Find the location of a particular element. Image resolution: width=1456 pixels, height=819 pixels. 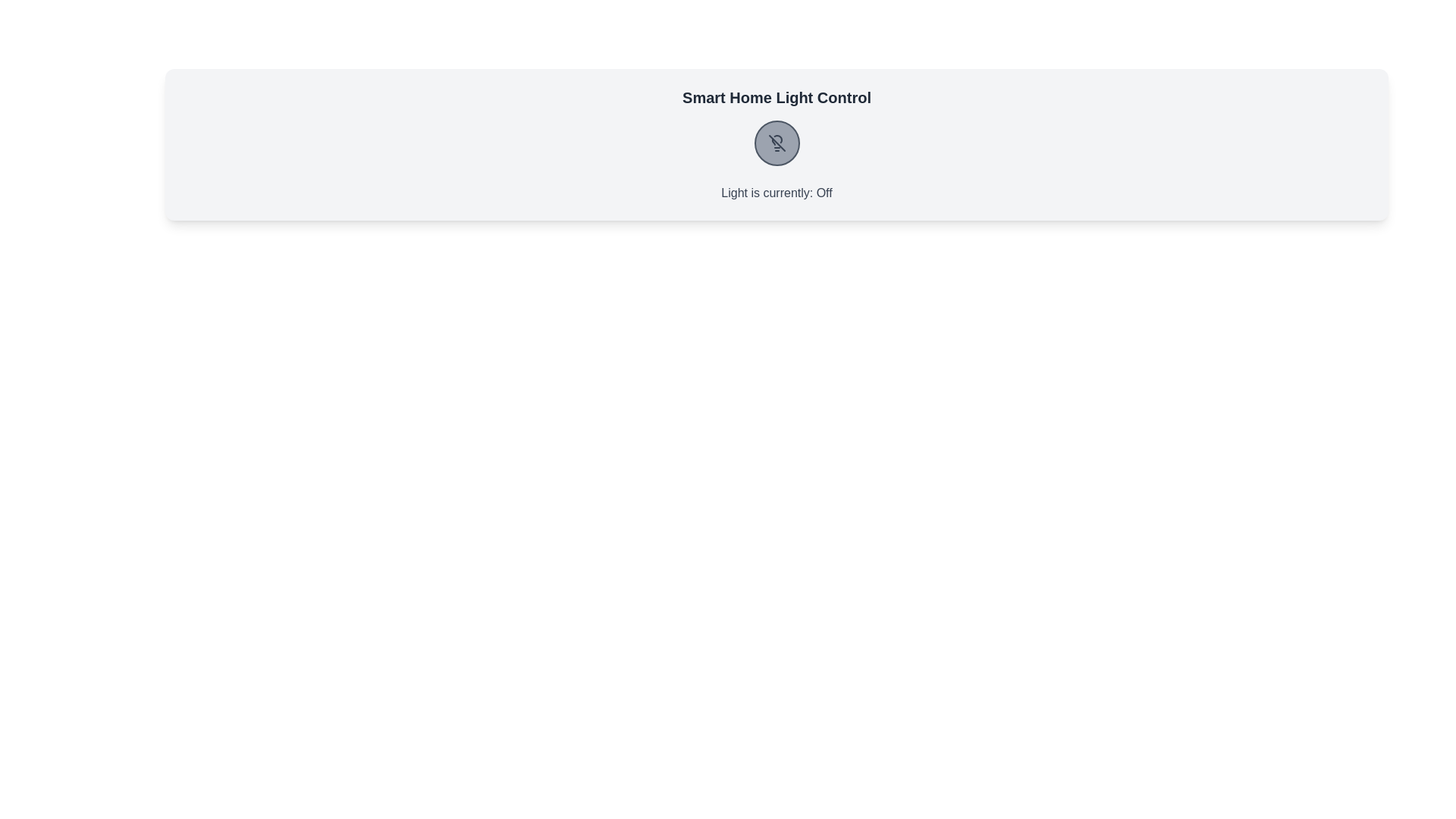

the light toggle button to change its state is located at coordinates (777, 143).